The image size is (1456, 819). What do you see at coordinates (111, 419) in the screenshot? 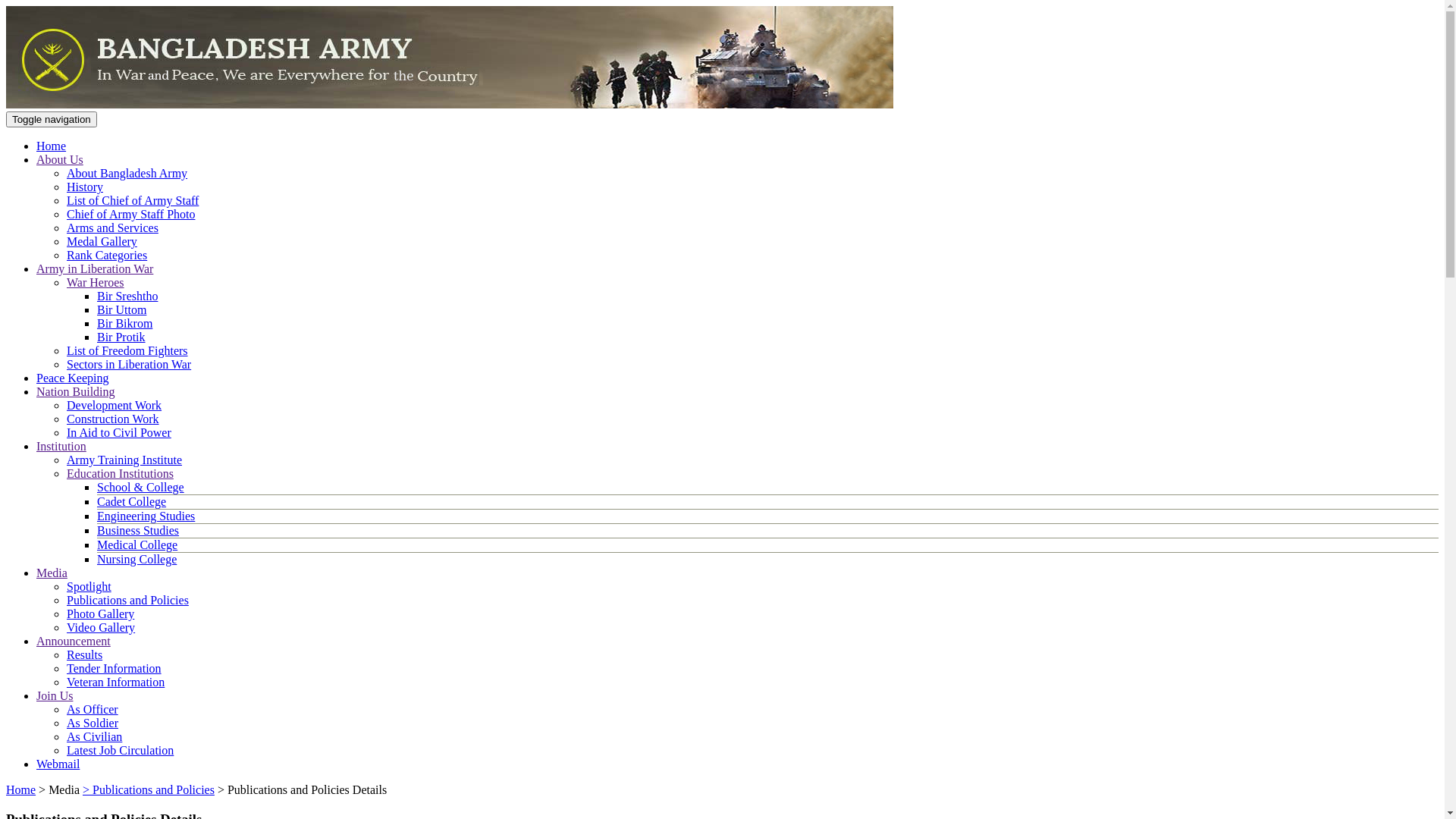
I see `'Construction Work'` at bounding box center [111, 419].